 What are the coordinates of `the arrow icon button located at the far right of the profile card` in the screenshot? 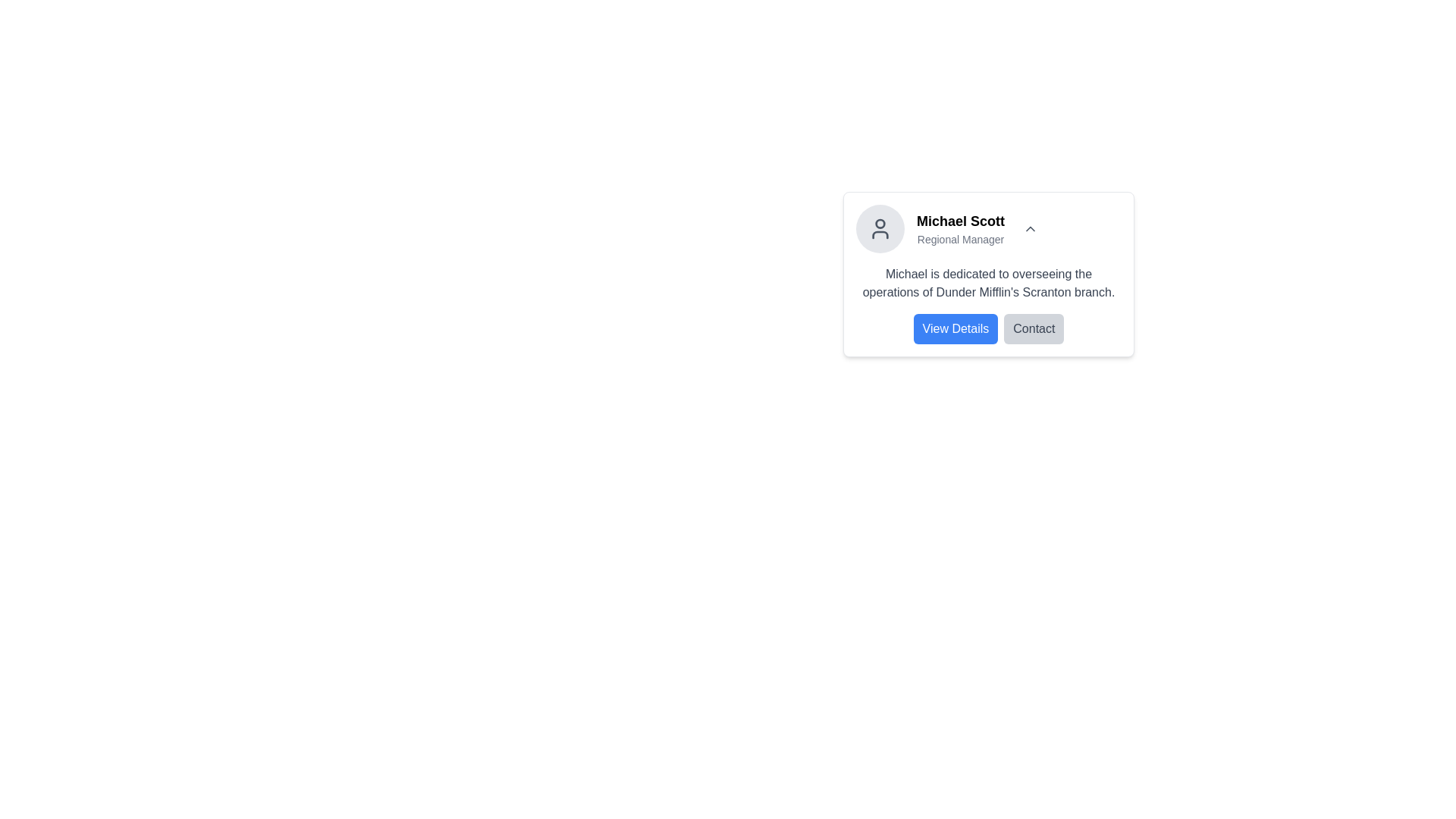 It's located at (1030, 228).